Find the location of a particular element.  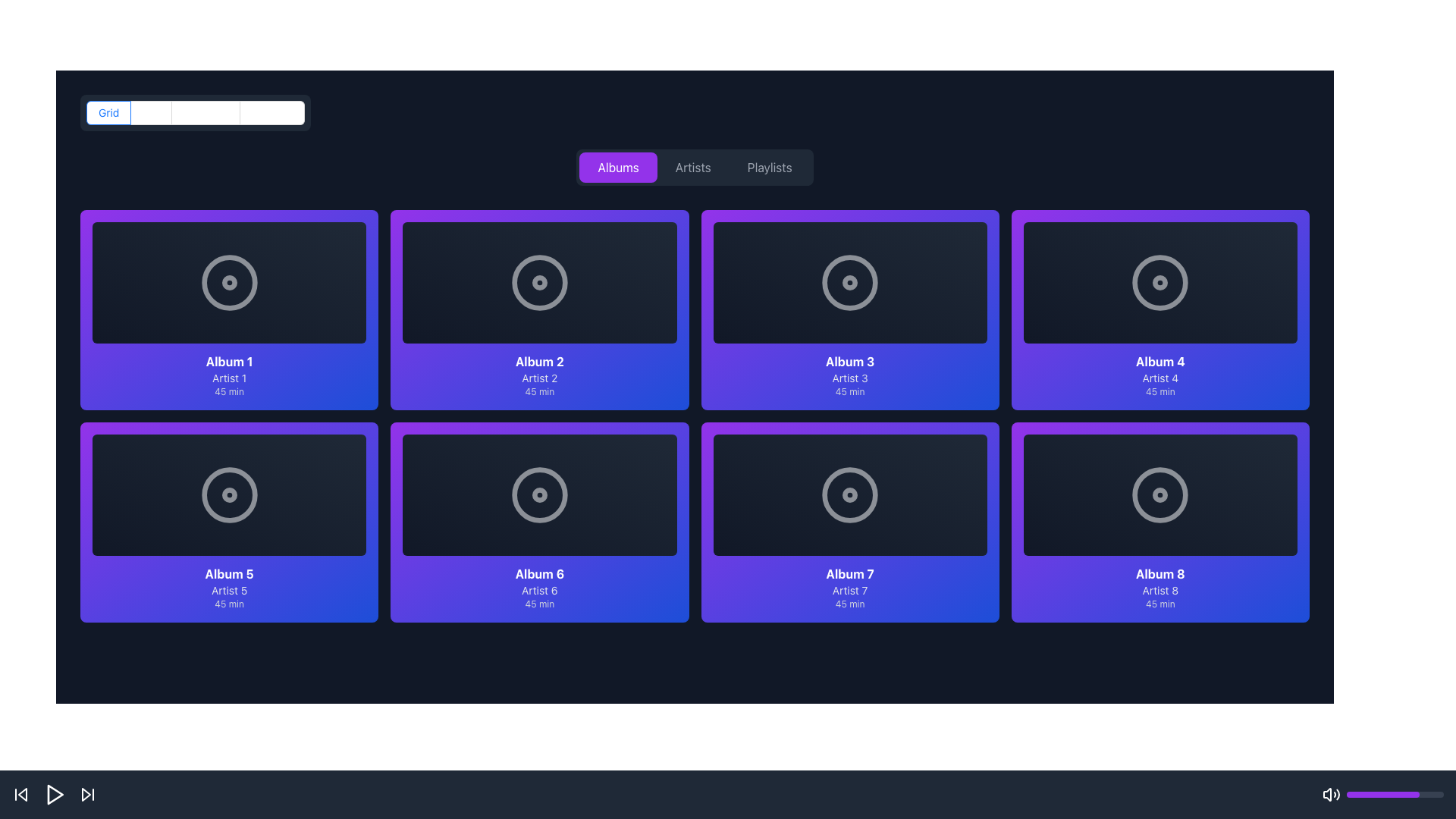

the slider value is located at coordinates (1394, 794).